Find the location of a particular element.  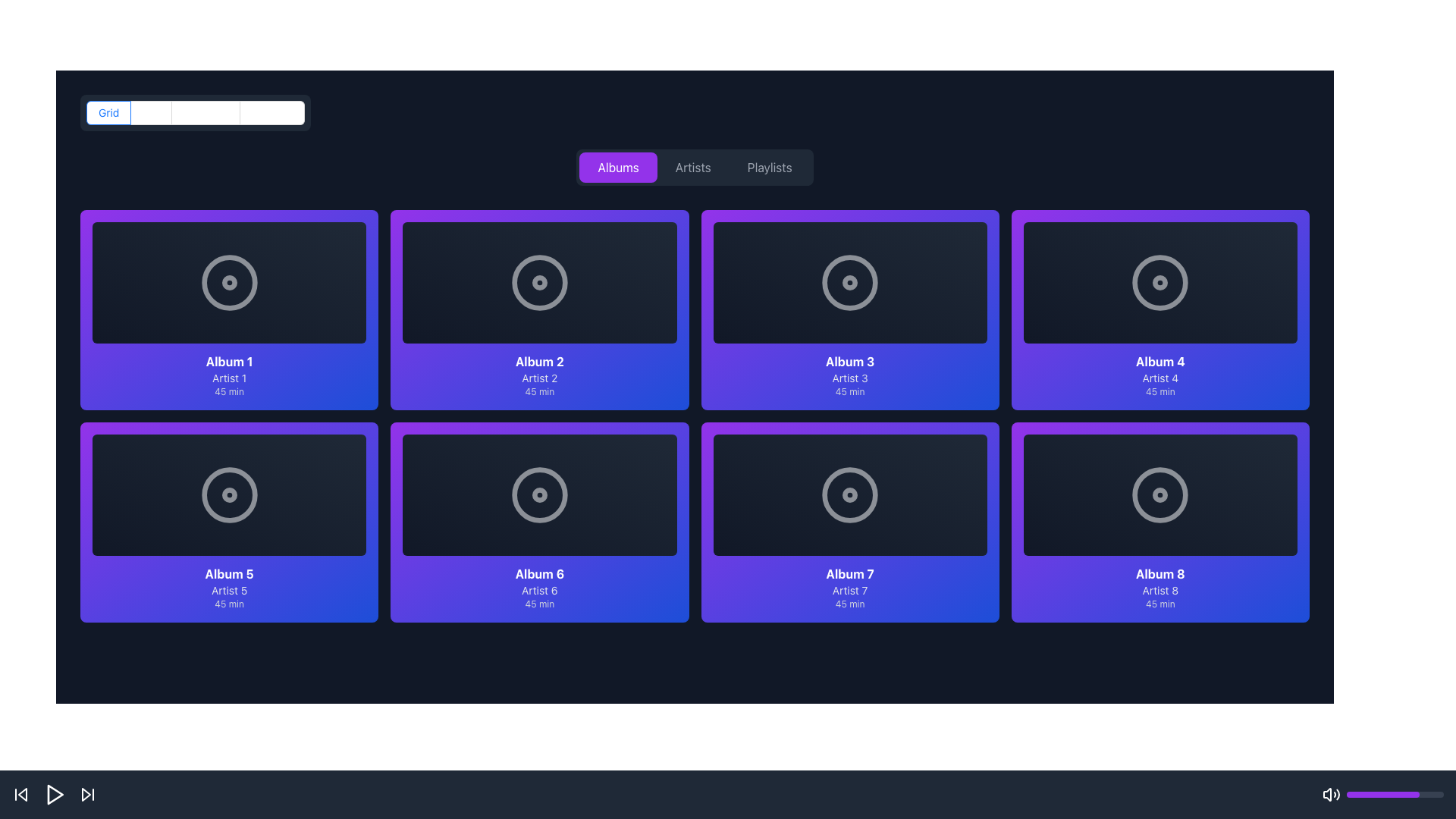

the slider value is located at coordinates (1394, 794).